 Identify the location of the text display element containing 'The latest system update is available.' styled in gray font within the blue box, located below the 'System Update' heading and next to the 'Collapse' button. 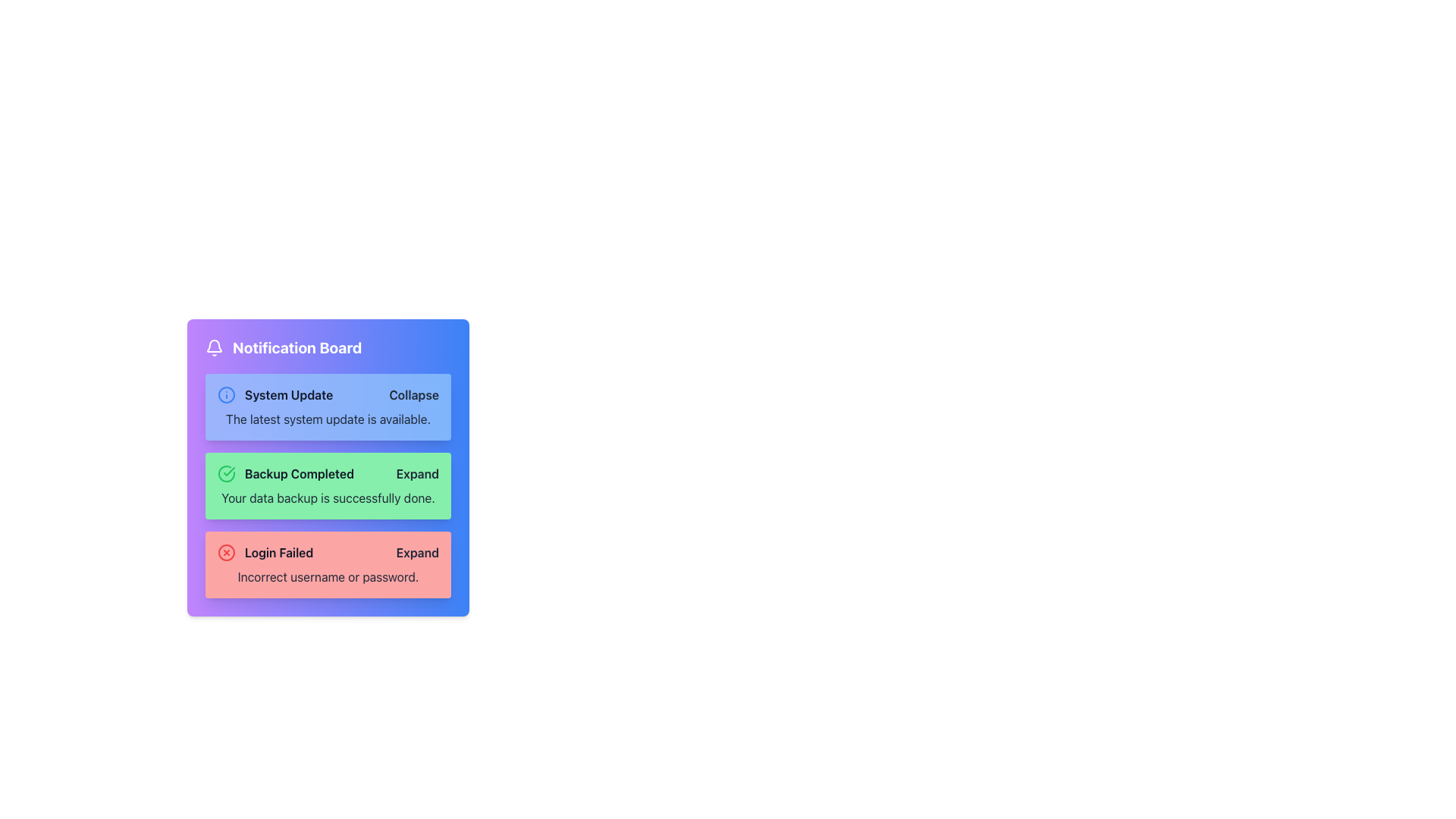
(327, 419).